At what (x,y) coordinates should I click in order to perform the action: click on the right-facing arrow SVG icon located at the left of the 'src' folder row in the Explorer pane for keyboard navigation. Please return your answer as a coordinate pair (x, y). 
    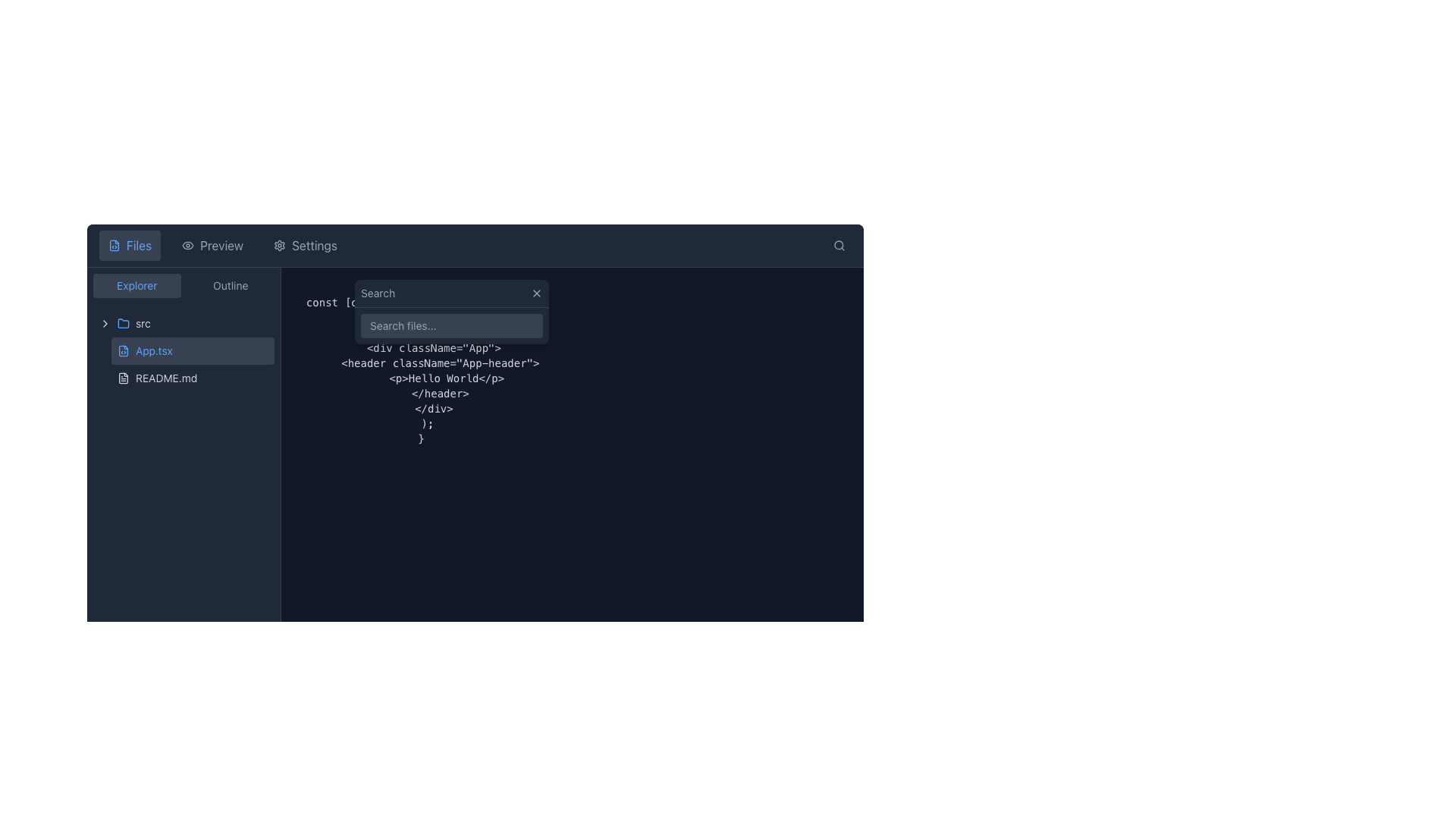
    Looking at the image, I should click on (105, 323).